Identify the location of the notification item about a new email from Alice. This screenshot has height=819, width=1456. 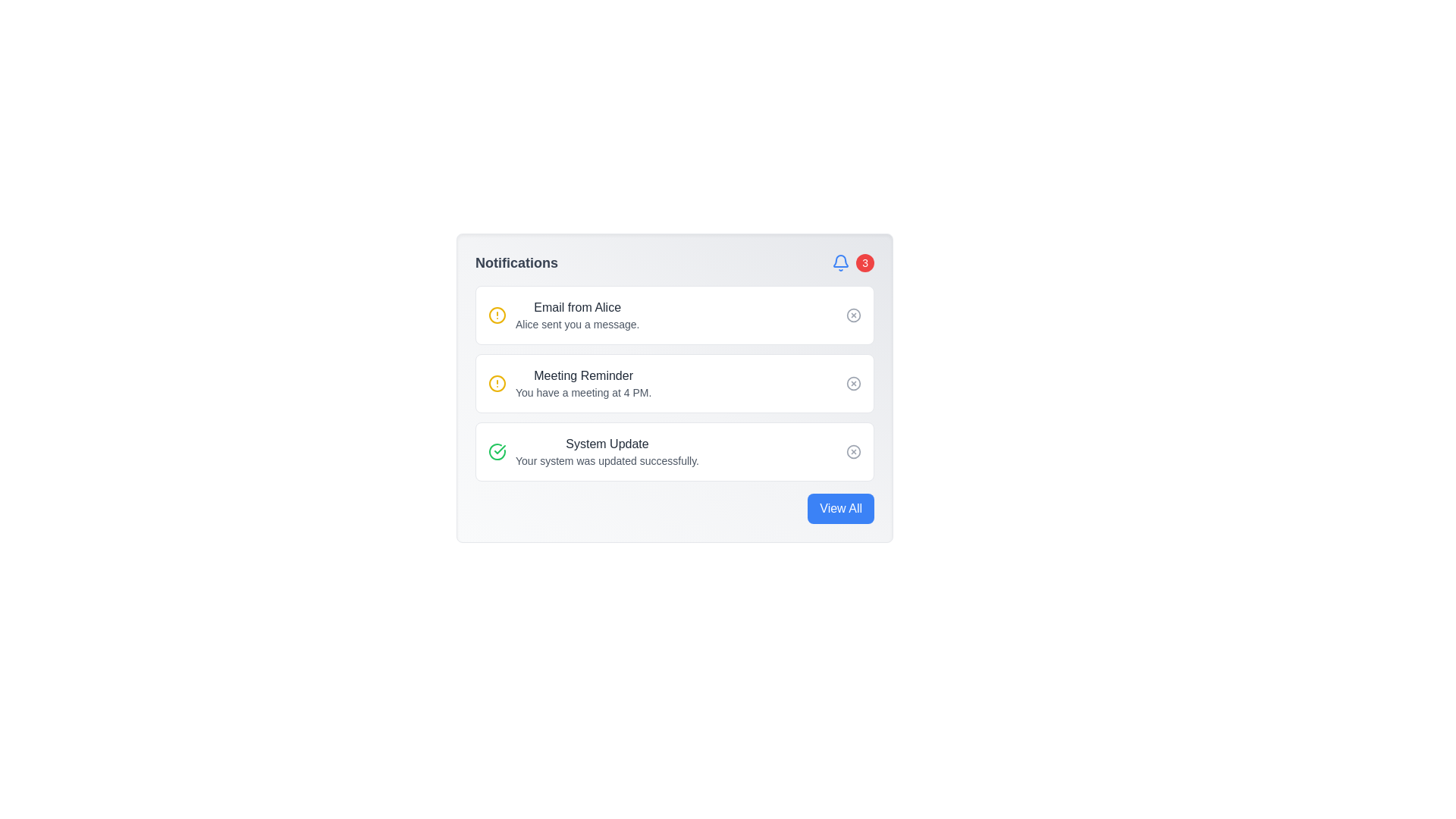
(563, 315).